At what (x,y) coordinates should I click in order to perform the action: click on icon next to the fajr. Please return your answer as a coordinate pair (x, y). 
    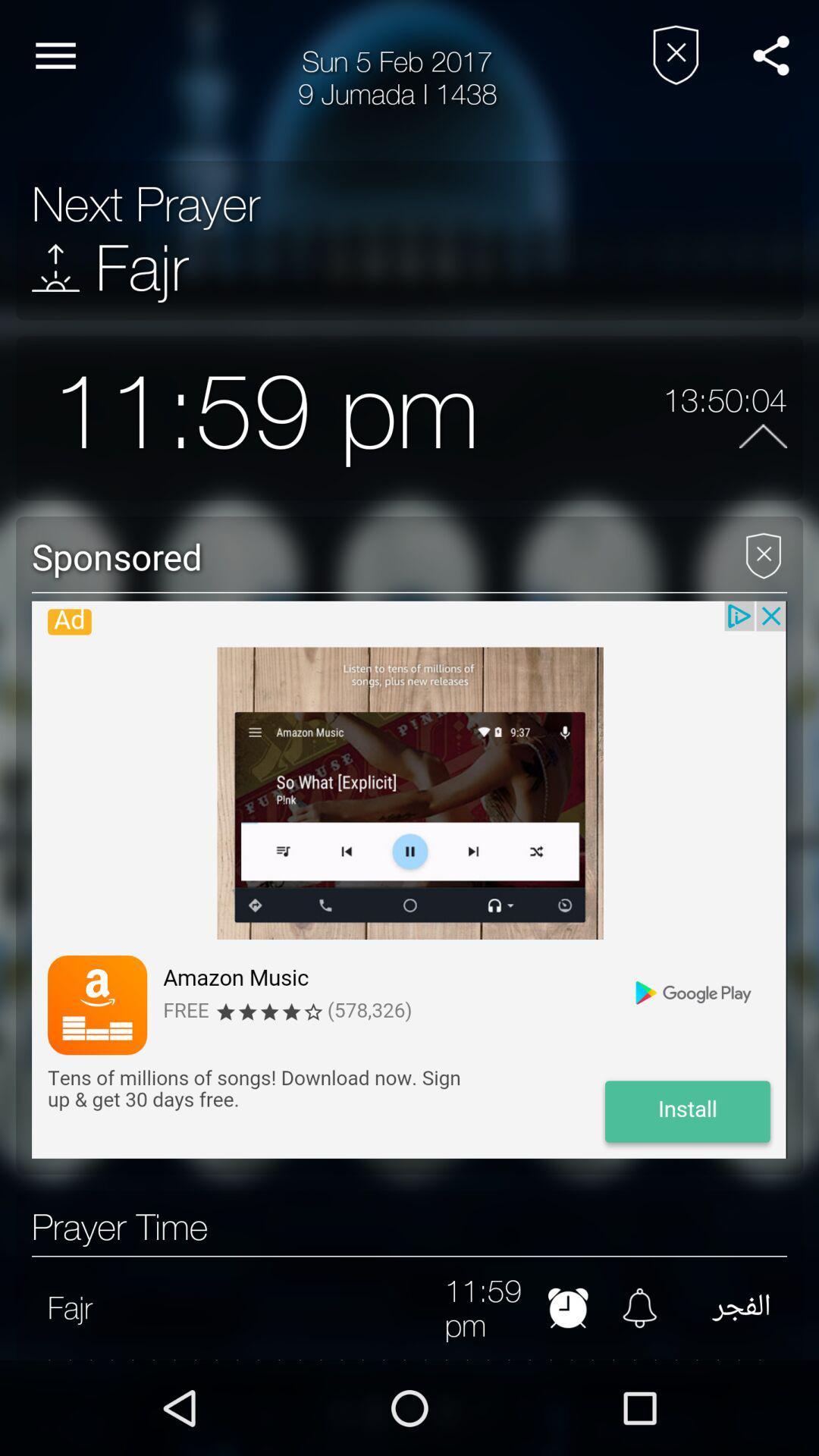
    Looking at the image, I should click on (55, 268).